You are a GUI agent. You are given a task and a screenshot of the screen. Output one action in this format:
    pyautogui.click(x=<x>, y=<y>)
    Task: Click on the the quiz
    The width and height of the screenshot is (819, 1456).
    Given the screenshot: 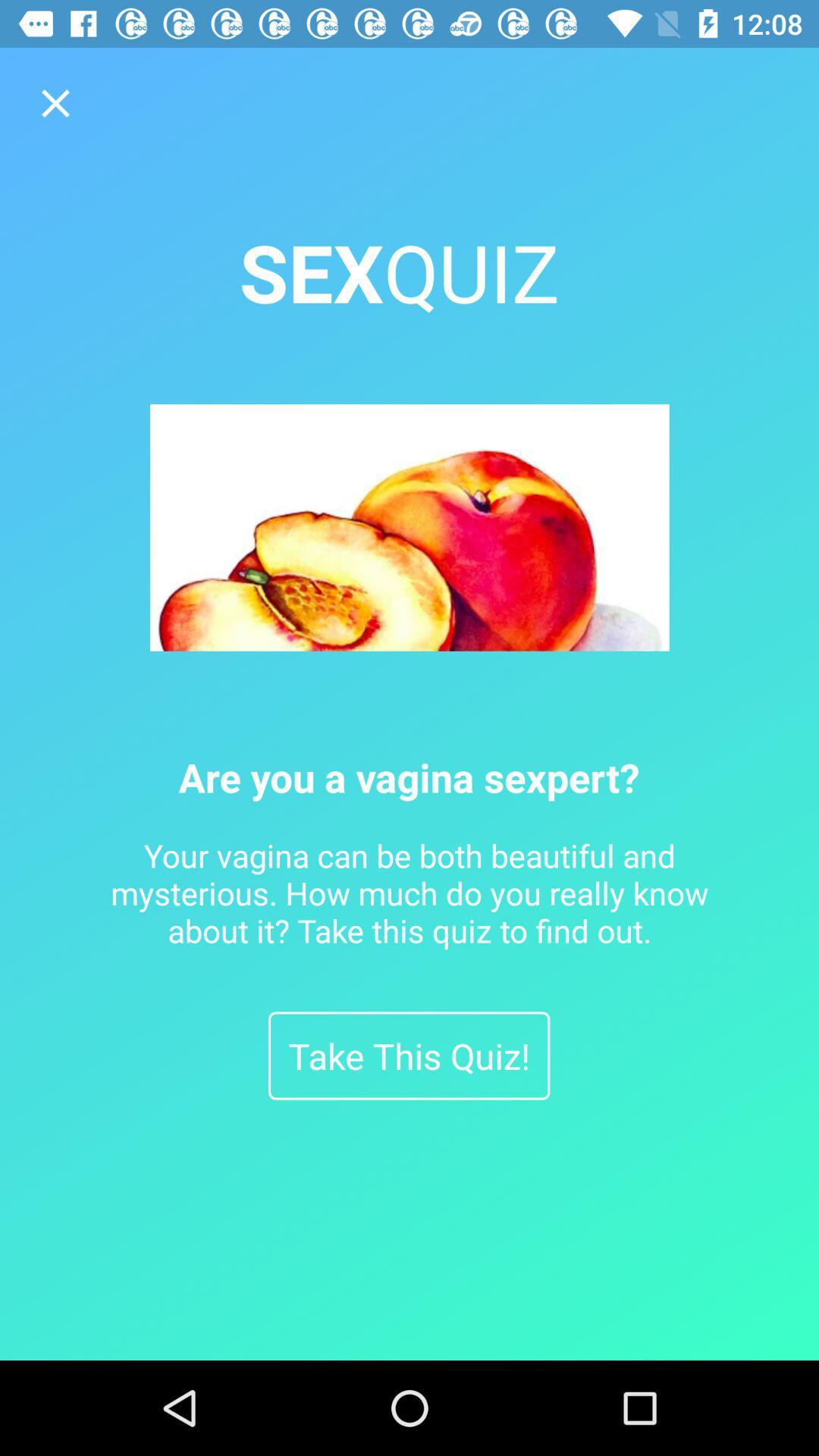 What is the action you would take?
    pyautogui.click(x=55, y=102)
    